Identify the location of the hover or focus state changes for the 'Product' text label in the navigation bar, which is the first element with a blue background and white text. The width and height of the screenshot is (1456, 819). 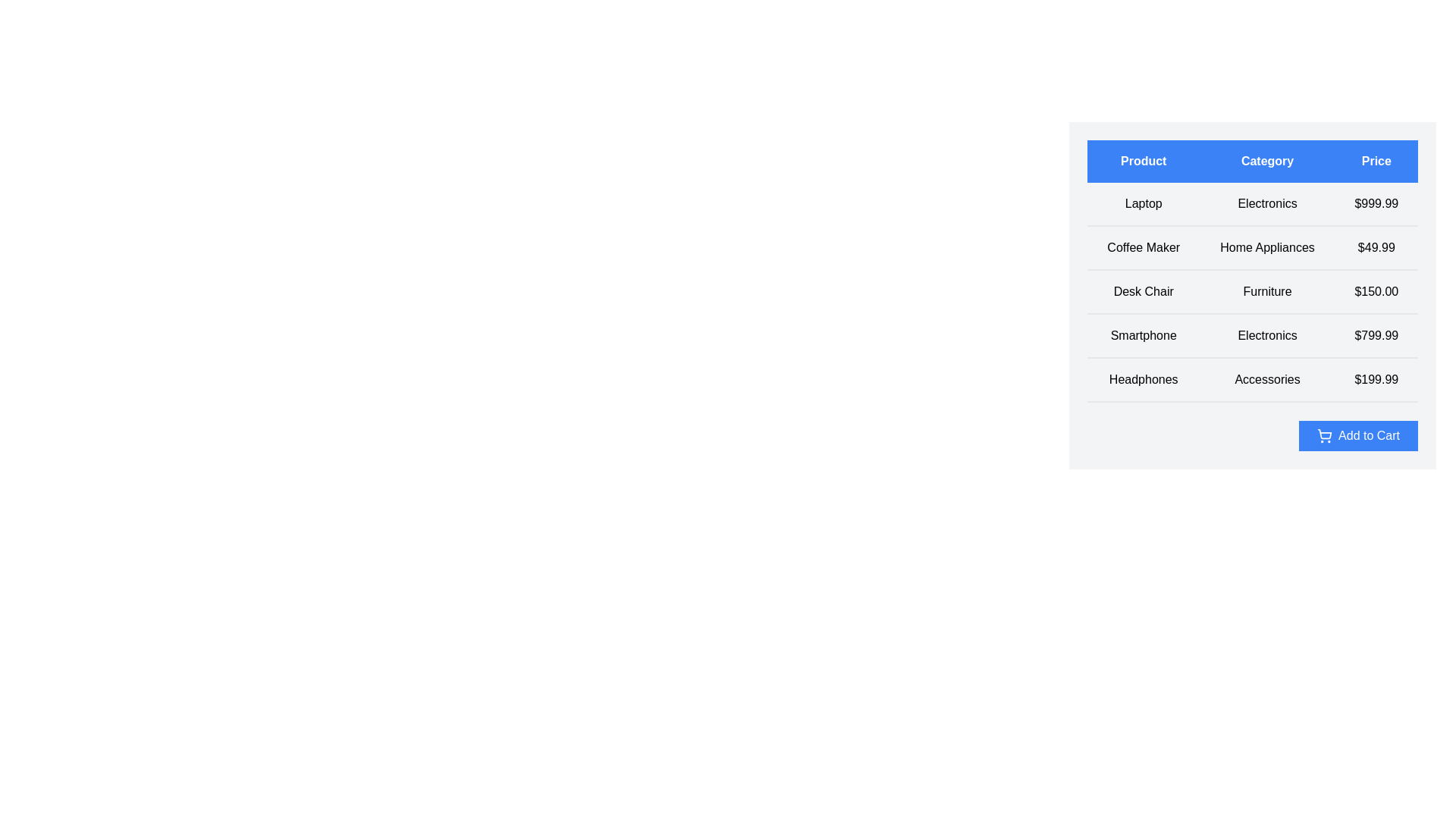
(1144, 161).